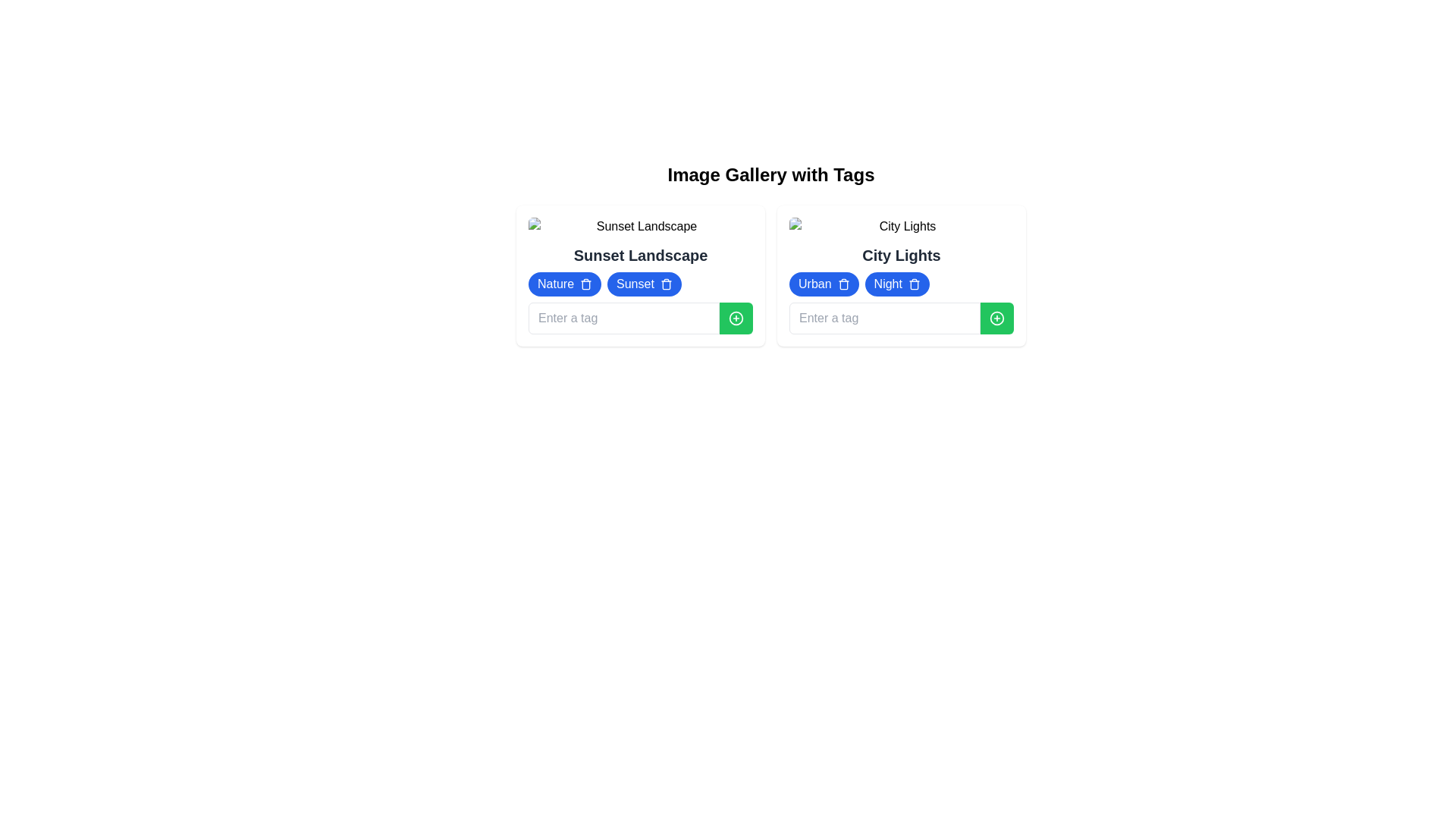  I want to click on the small, green, rounded rectangle button with a plus sign icon located in the 'City Lights' card layout, so click(997, 318).